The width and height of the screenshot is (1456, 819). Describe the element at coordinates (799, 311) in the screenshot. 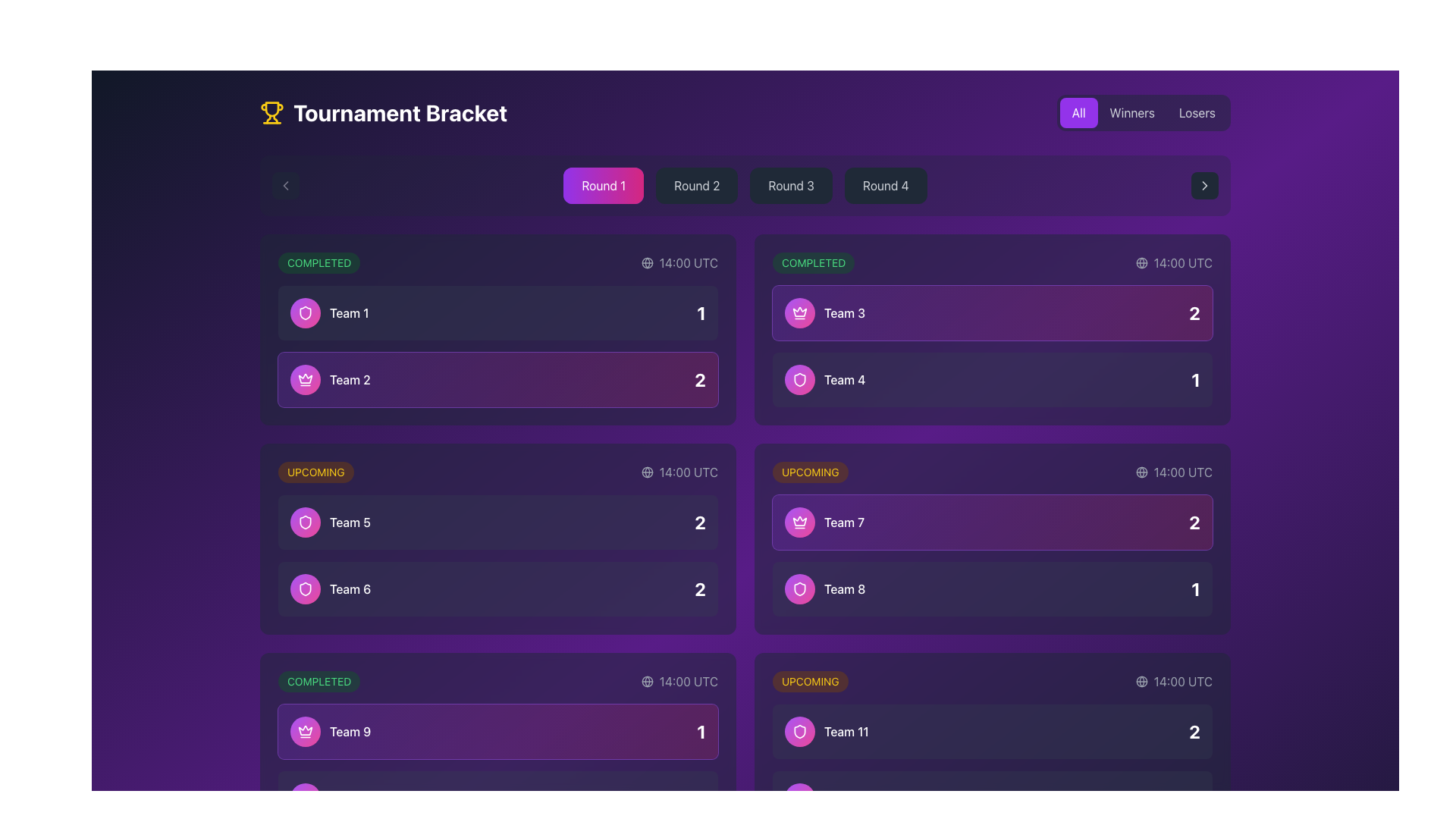

I see `the crown icon outlined in white, positioned inside a purple circular background in the 'Tournament Bracket' area, specifically for 'Team 2' in 'Round 1'` at that location.